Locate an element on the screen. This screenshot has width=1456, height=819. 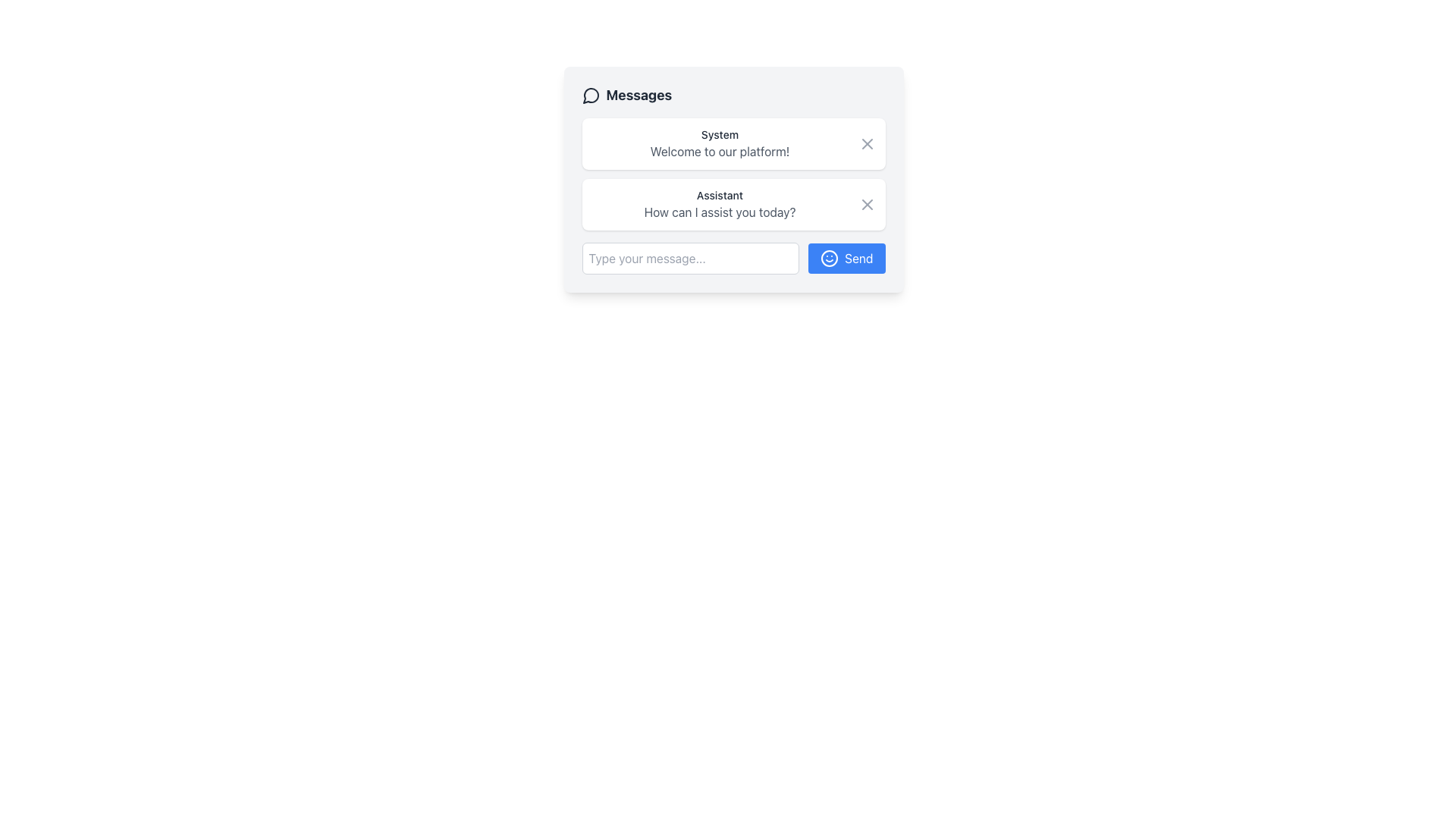
the speech bubble icon located to the left of the 'Messages' label in the header area of the interface is located at coordinates (590, 96).